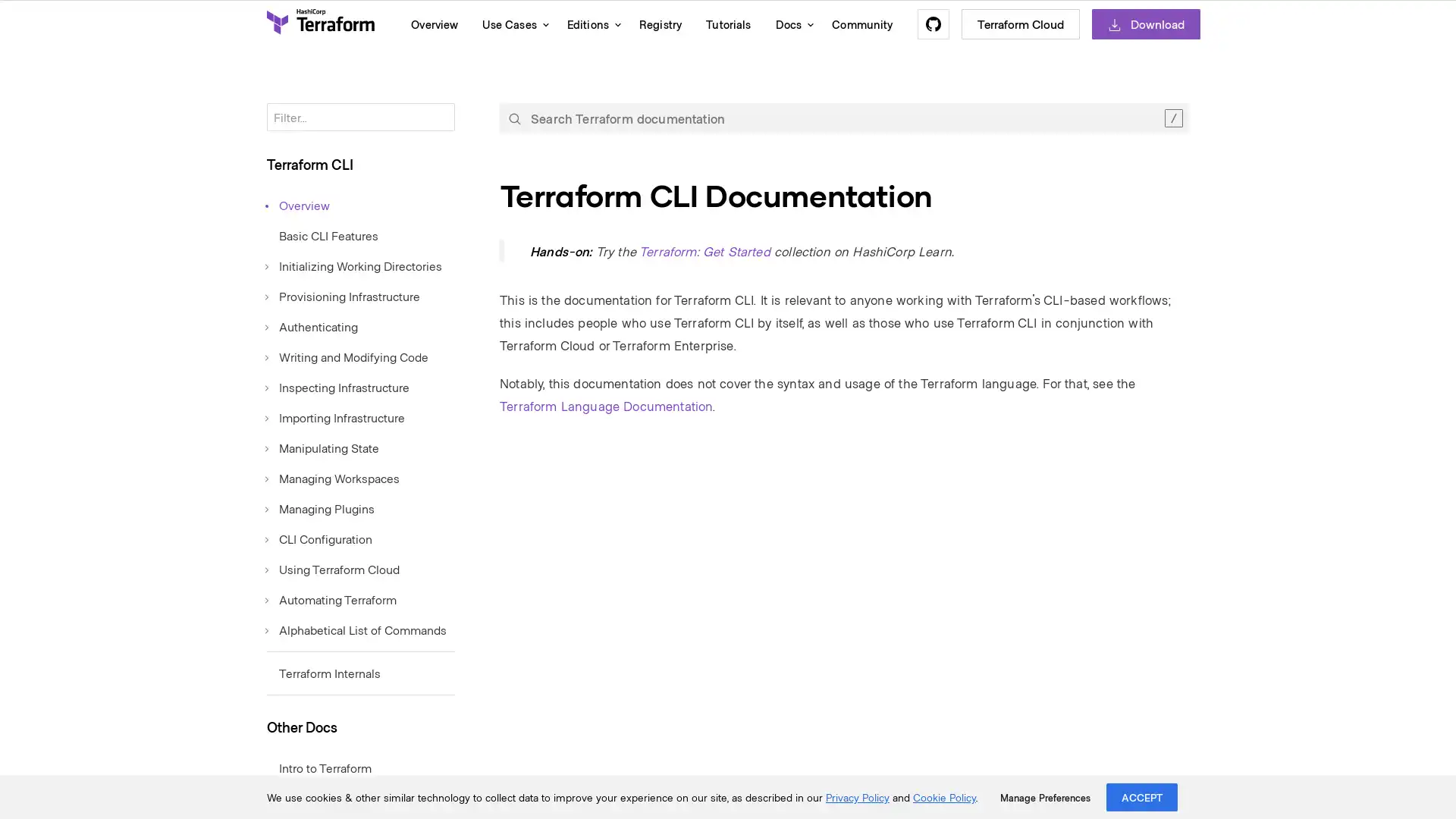  Describe the element at coordinates (356, 629) in the screenshot. I see `Alphabetical List of Commands` at that location.